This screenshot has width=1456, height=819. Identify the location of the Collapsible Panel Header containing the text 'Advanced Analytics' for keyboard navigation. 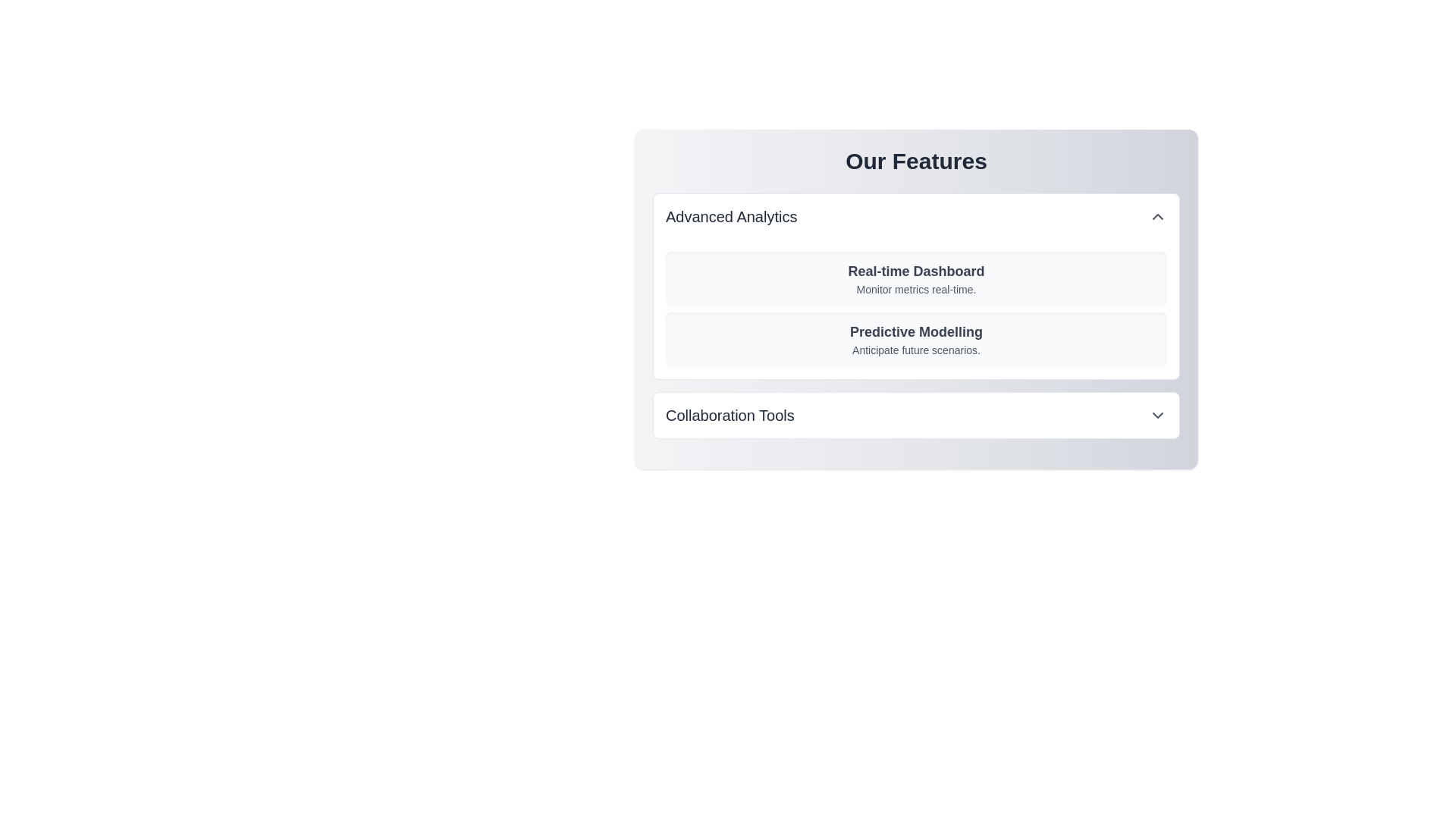
(915, 216).